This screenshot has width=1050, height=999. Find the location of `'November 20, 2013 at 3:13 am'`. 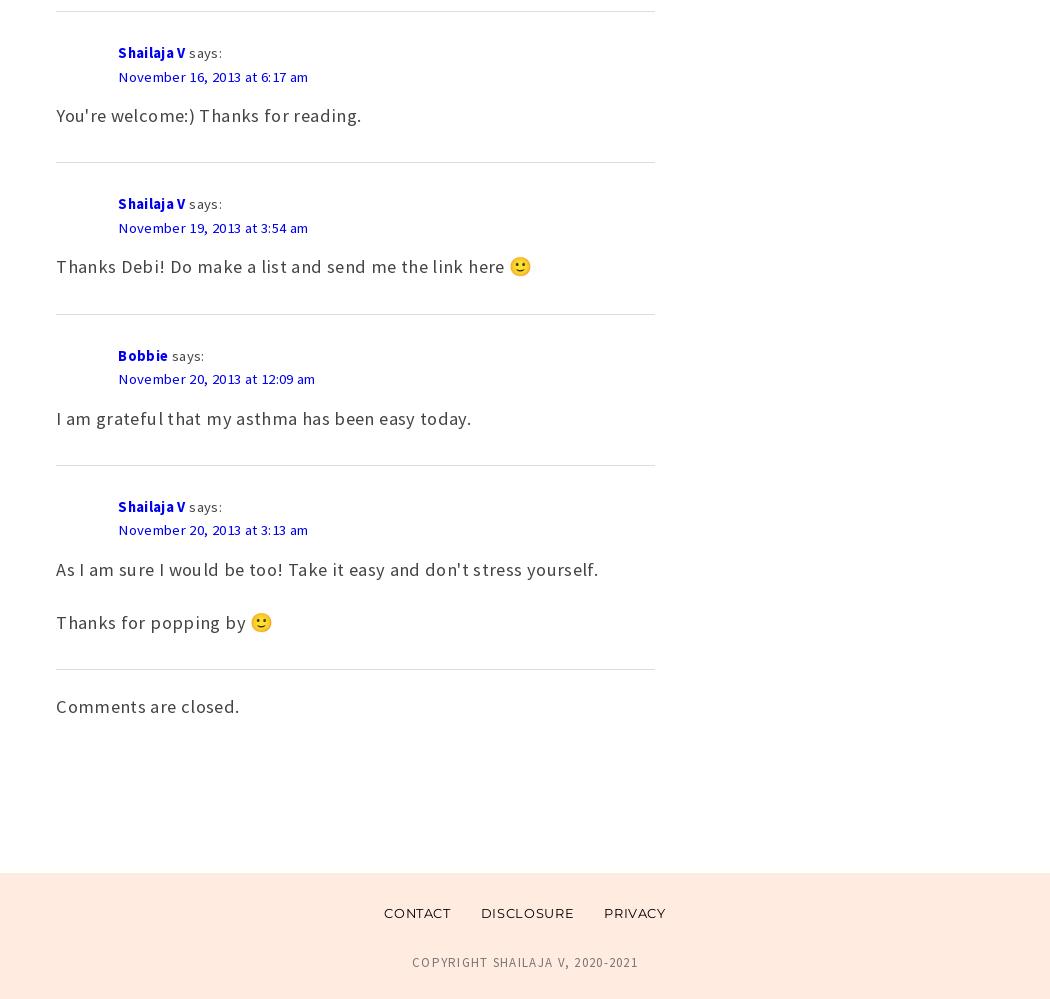

'November 20, 2013 at 3:13 am' is located at coordinates (212, 528).